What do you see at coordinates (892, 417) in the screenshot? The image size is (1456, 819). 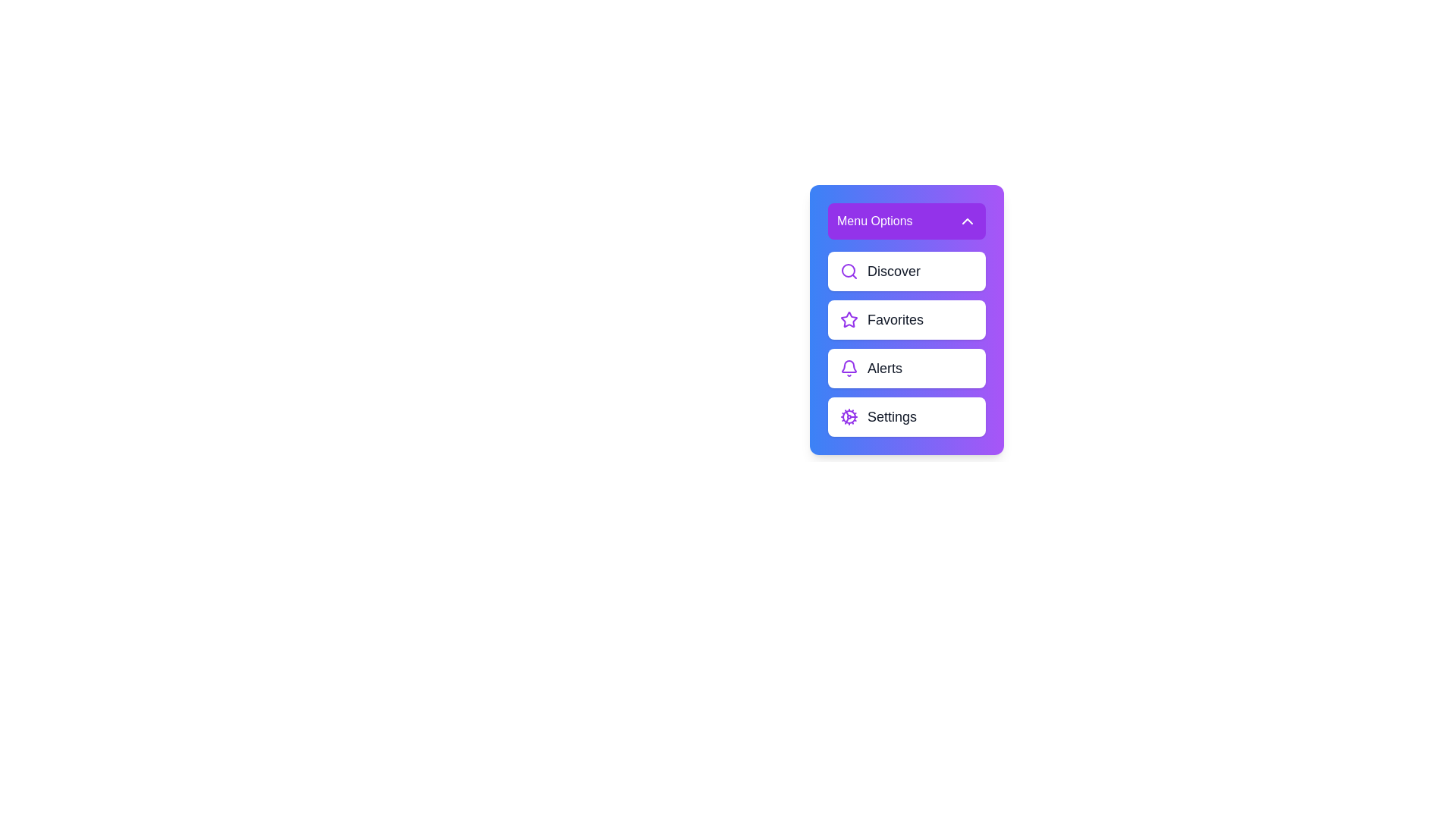 I see `the 'Settings' text label, which is the last option in the vertical menu, to trigger a tooltip or visual feedback` at bounding box center [892, 417].